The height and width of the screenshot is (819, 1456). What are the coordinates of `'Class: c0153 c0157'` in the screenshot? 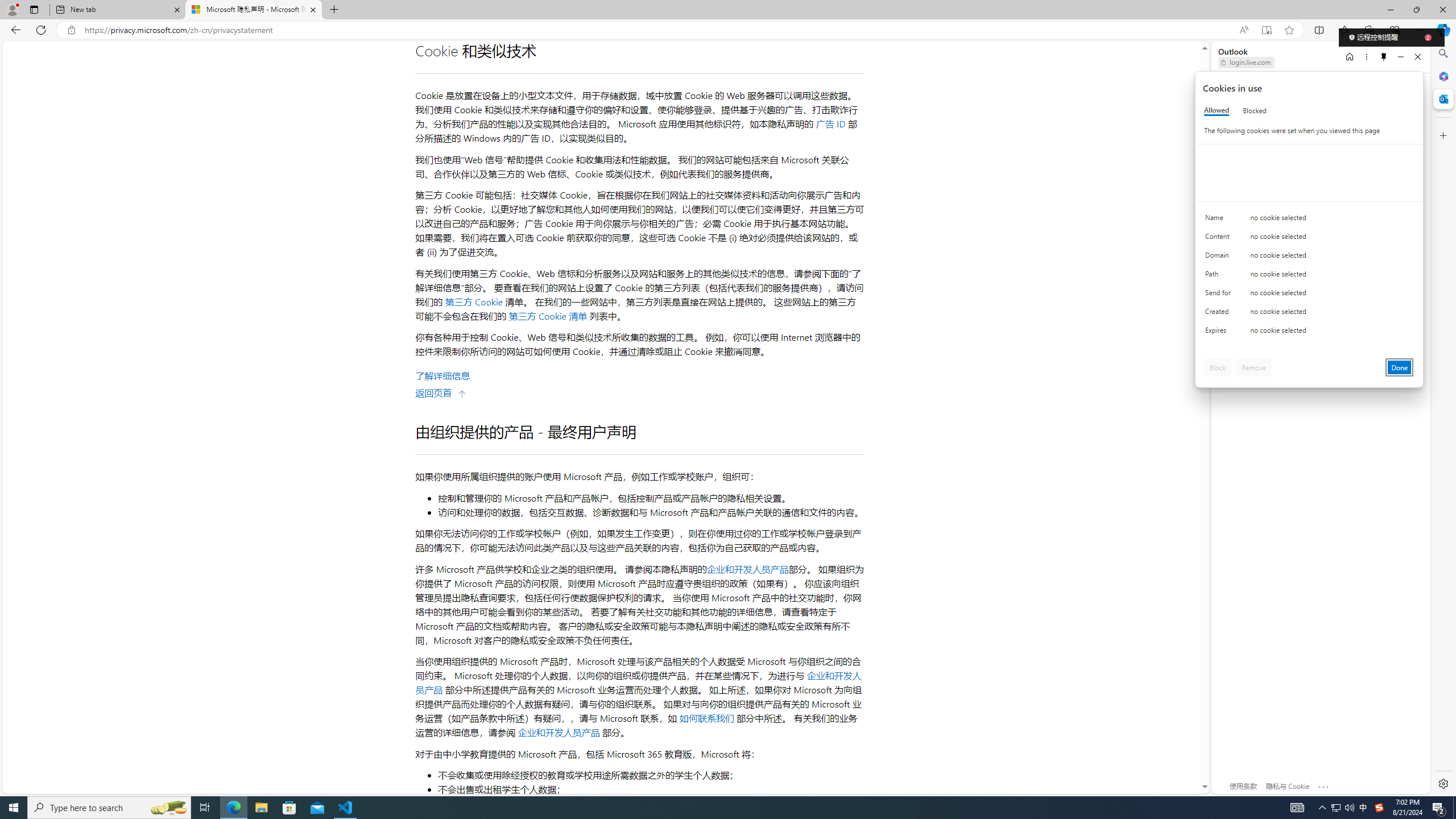 It's located at (1309, 333).